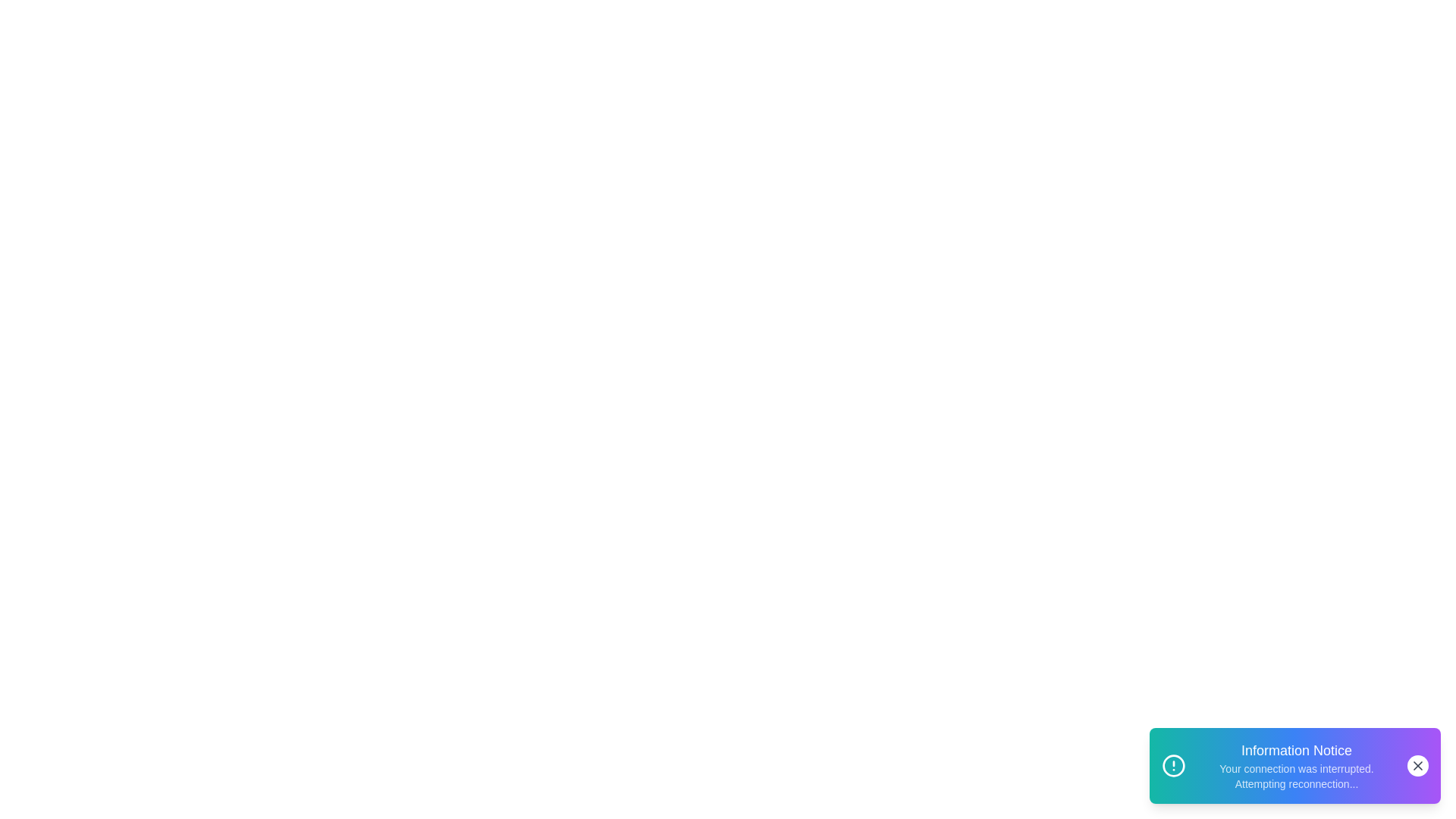 This screenshot has height=819, width=1456. Describe the element at coordinates (1417, 766) in the screenshot. I see `the close button to dismiss the notification` at that location.